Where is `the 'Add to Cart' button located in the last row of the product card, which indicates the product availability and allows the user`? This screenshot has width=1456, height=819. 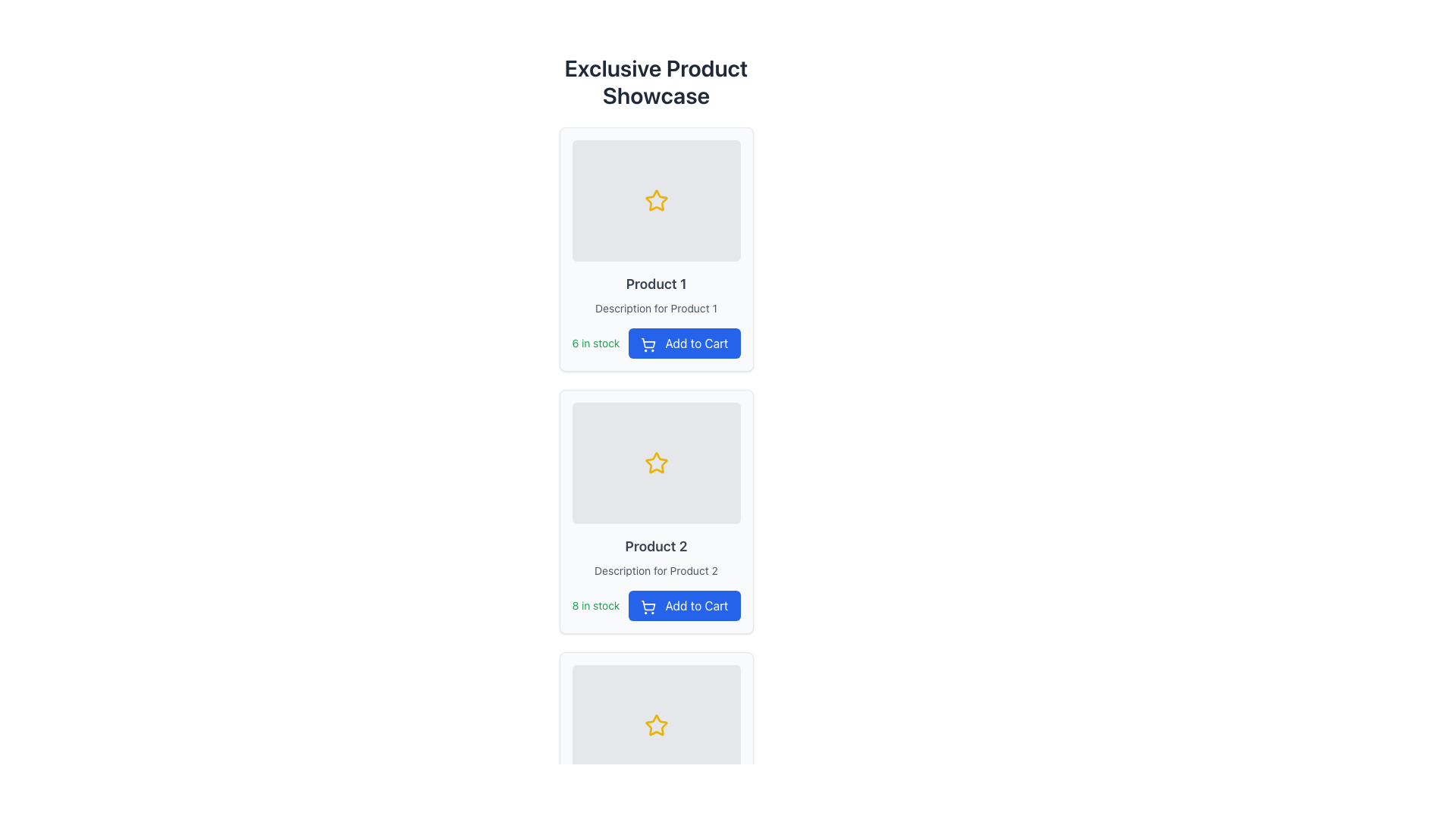 the 'Add to Cart' button located in the last row of the product card, which indicates the product availability and allows the user is located at coordinates (656, 343).